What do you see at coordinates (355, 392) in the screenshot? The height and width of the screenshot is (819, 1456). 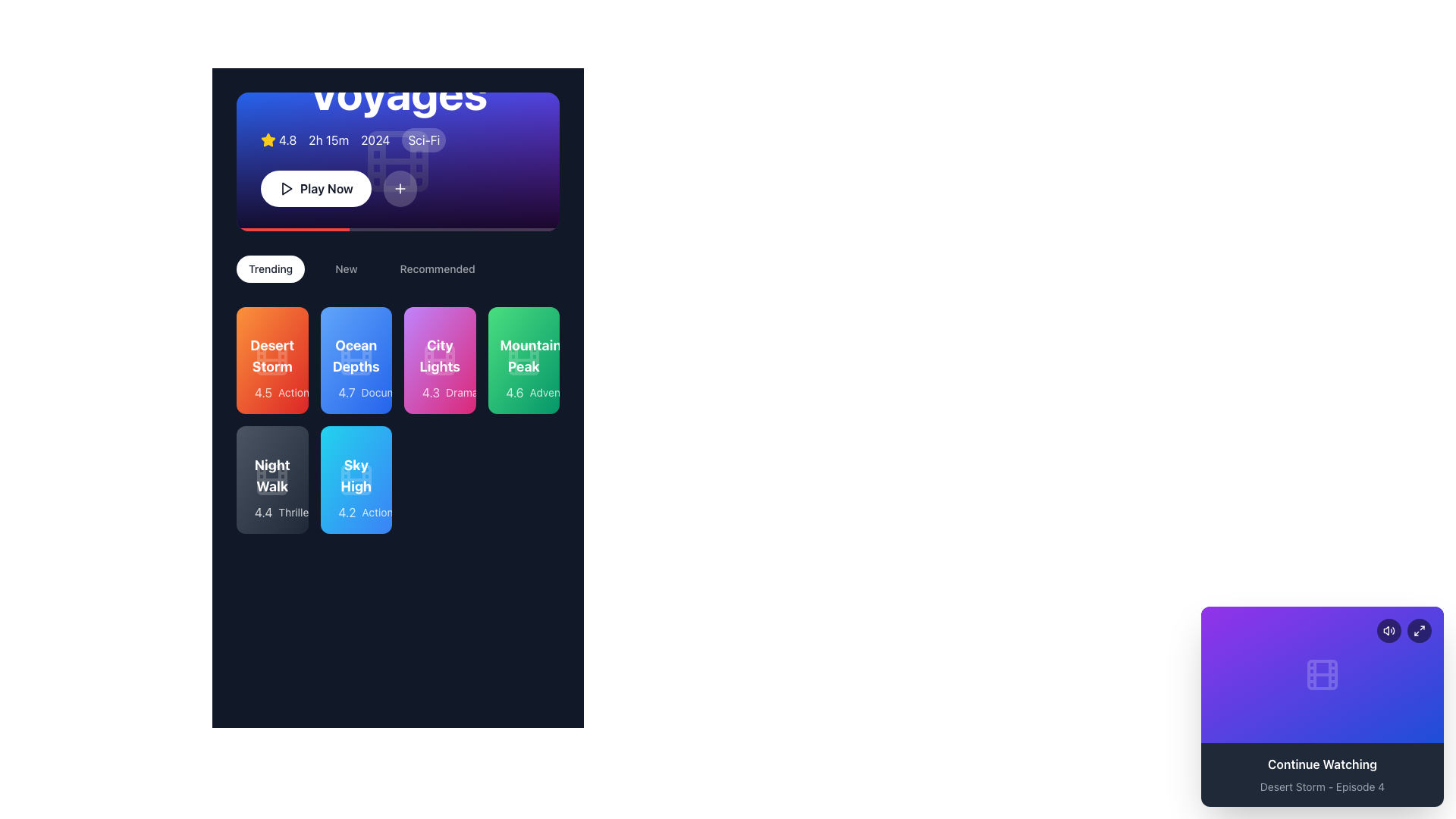 I see `the Information display row containing a yellow star icon and the text '4.7 Documentary', which is part of the 'Ocean Depths' card in the second column of the top row` at bounding box center [355, 392].